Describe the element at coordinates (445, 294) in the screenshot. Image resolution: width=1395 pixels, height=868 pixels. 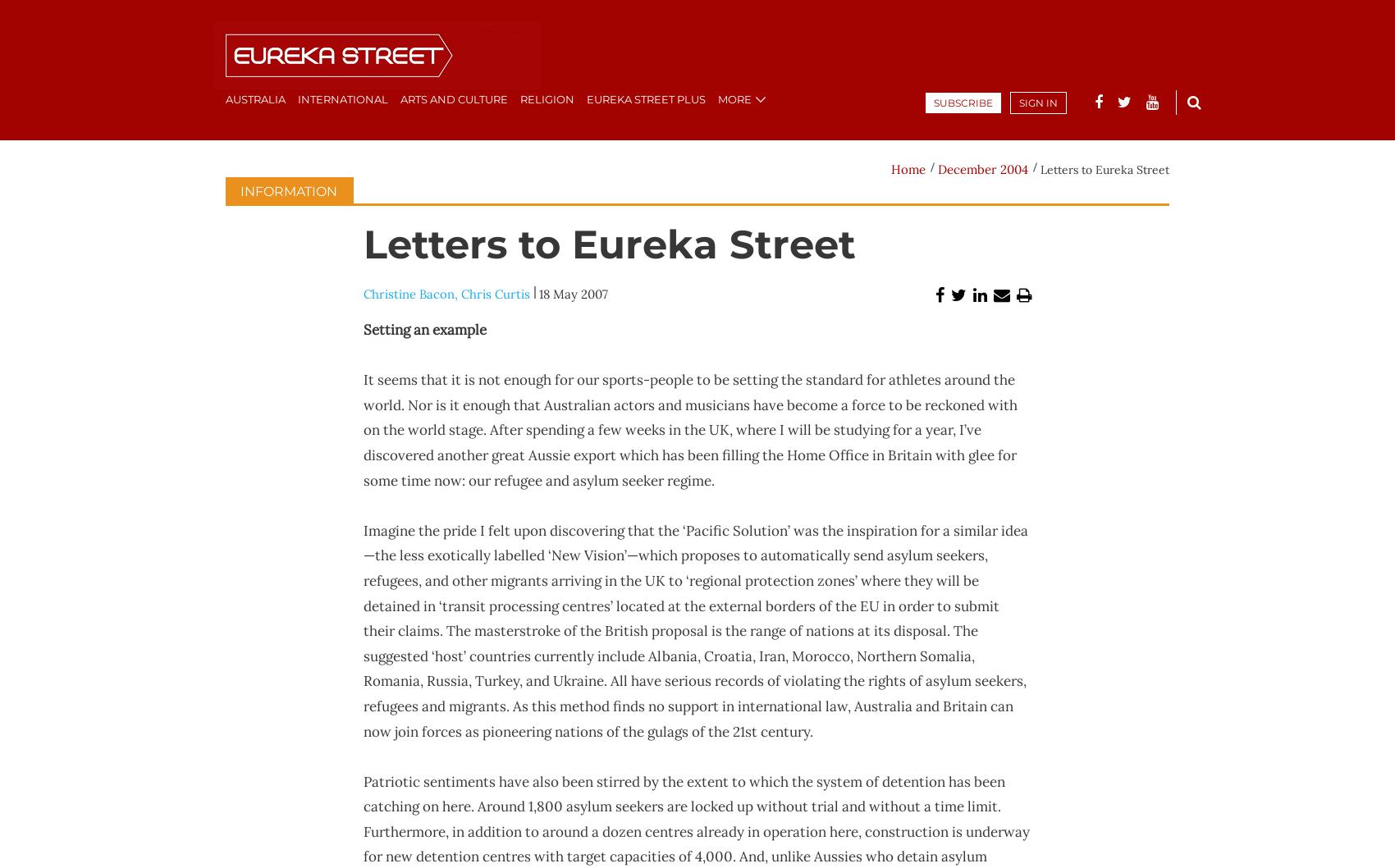
I see `'Christine Bacon, Chris Curtis'` at that location.